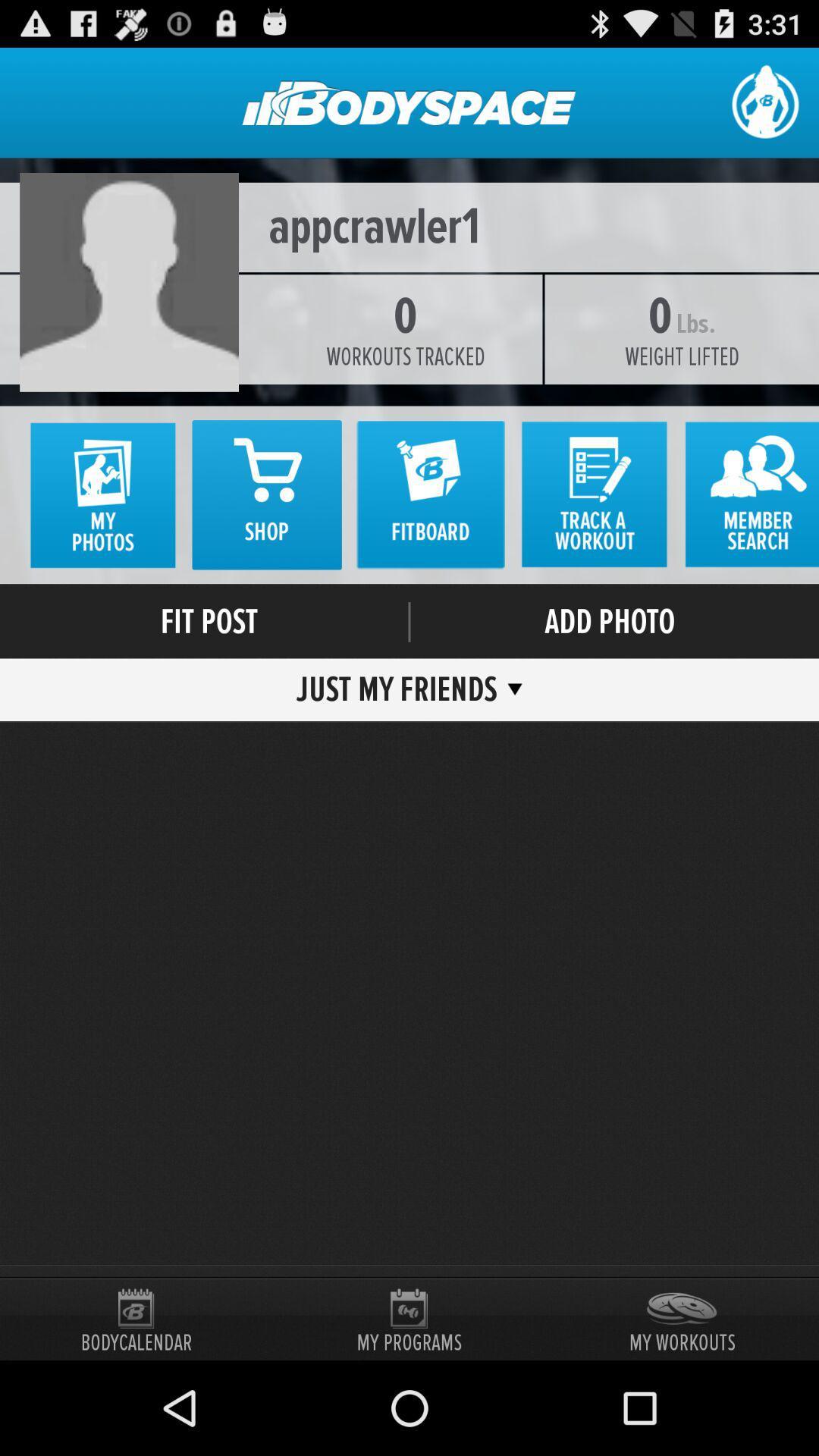 The height and width of the screenshot is (1456, 819). Describe the element at coordinates (695, 323) in the screenshot. I see `the item below appcrawler1 item` at that location.